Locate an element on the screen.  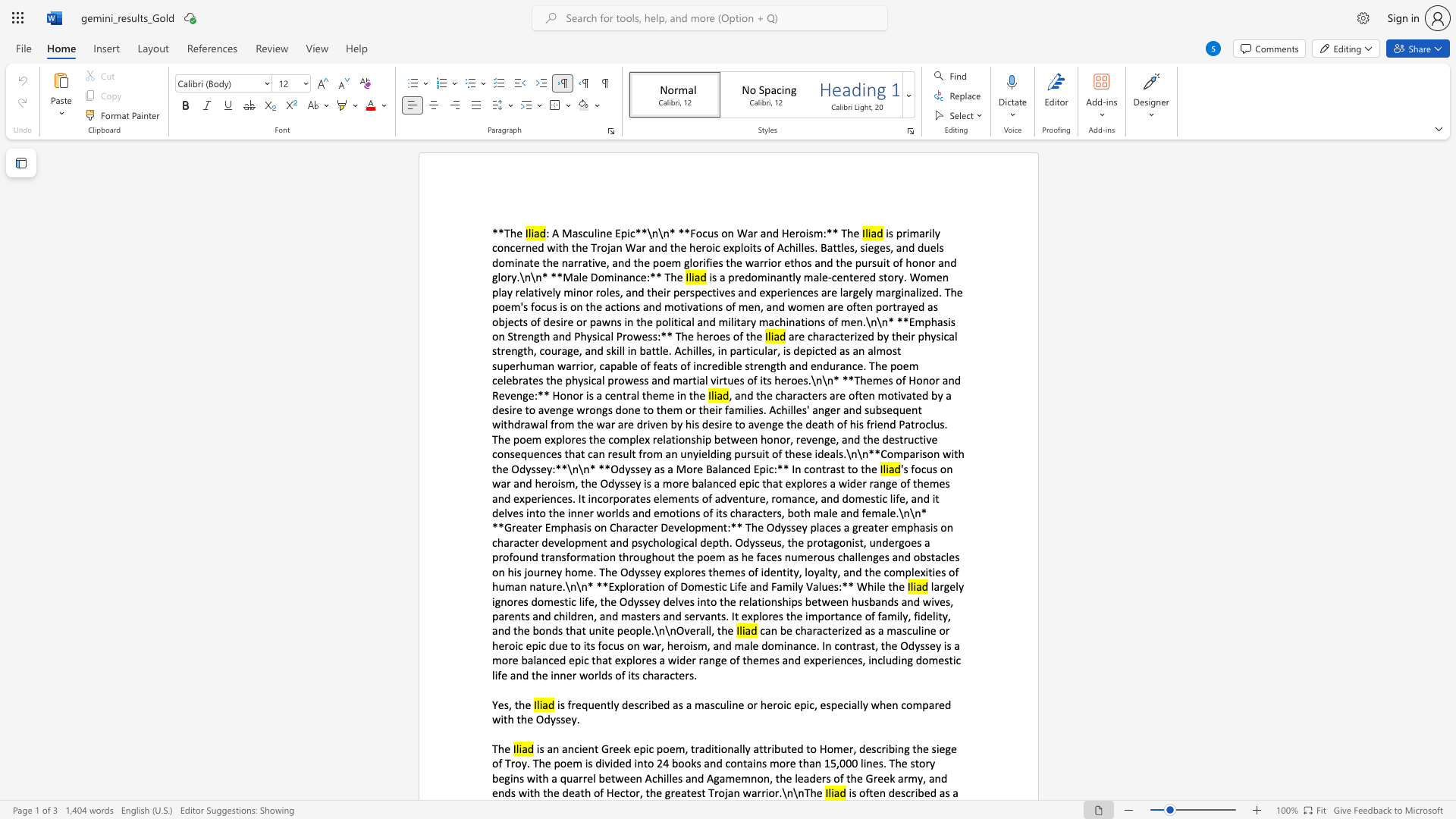
the subset text "the s" within the text "is an ancient Greek epic poem, traditionally attributed to Homer, describing the siege of Troy. The poem is divided into 24 books and contains more than 15,000 lines. The story begins with a quarrel between Achilles and Agamemnon, the leaders of the Greek army, and ends with the death of Hector, the greatest Trojan warrior.\n\nThe" is located at coordinates (912, 748).